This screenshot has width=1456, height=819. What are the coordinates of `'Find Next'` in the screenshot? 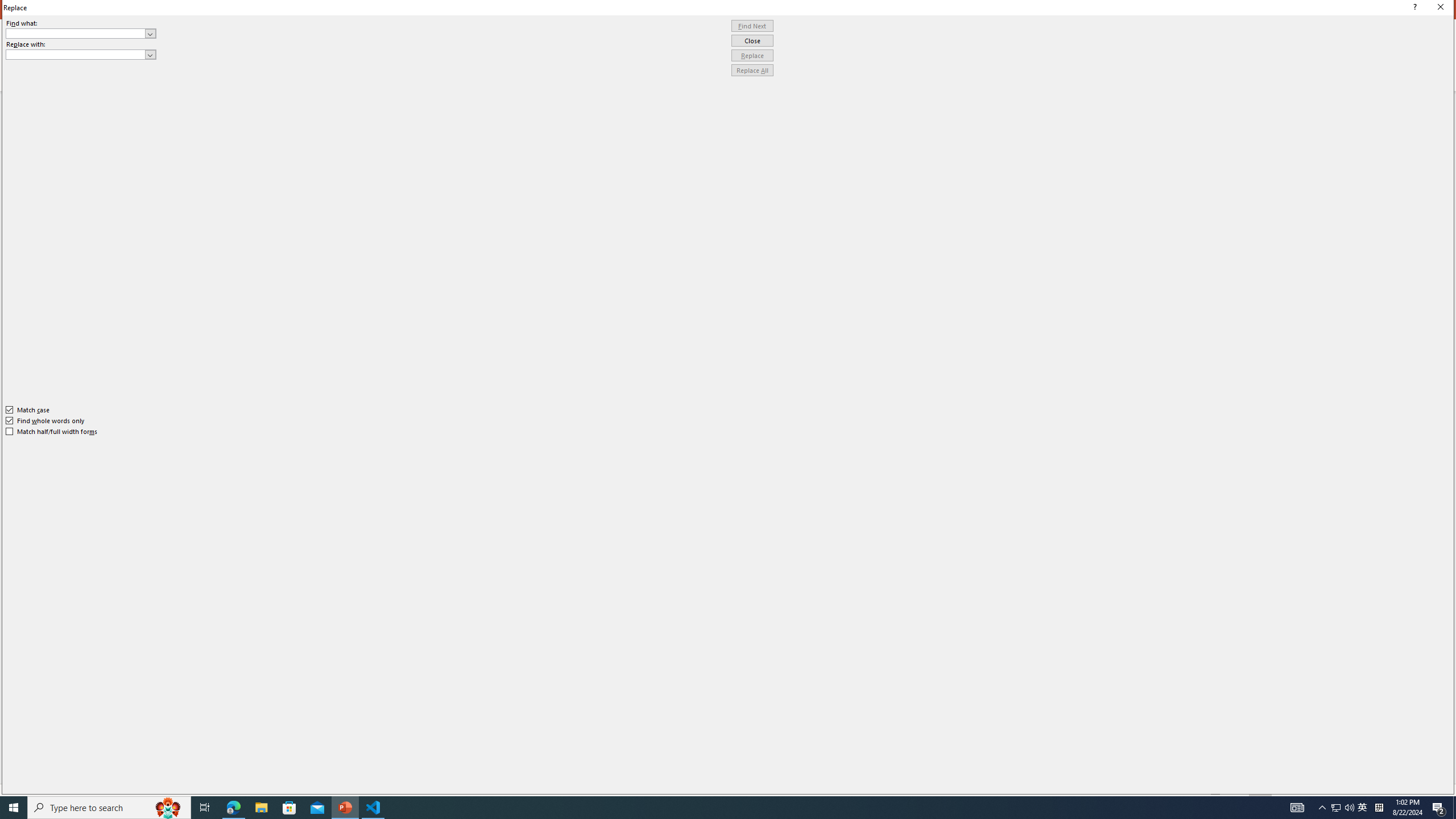 It's located at (752, 26).